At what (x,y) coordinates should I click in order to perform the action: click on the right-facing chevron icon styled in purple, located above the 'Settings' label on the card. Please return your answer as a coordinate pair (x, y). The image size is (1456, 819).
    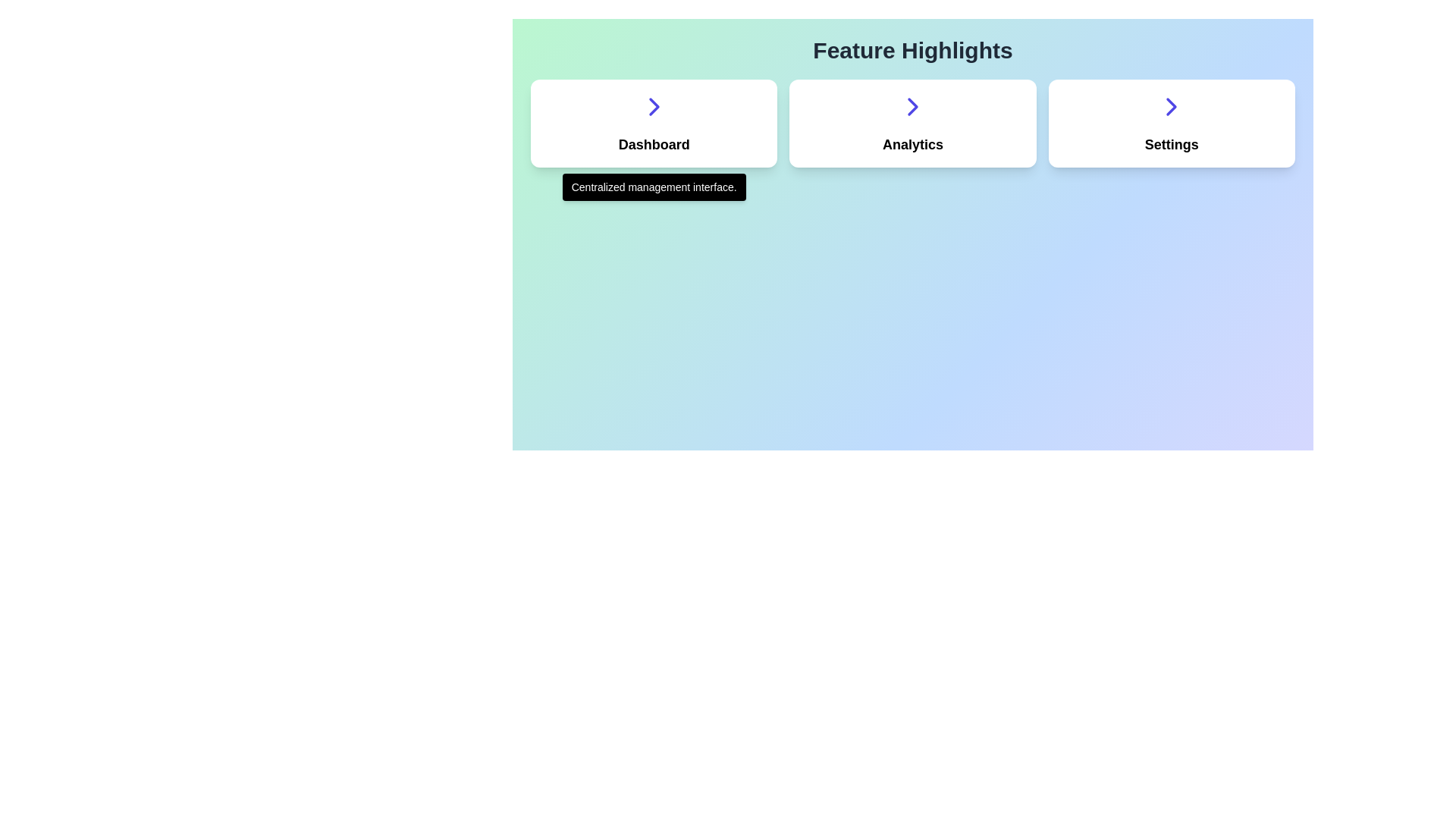
    Looking at the image, I should click on (1171, 106).